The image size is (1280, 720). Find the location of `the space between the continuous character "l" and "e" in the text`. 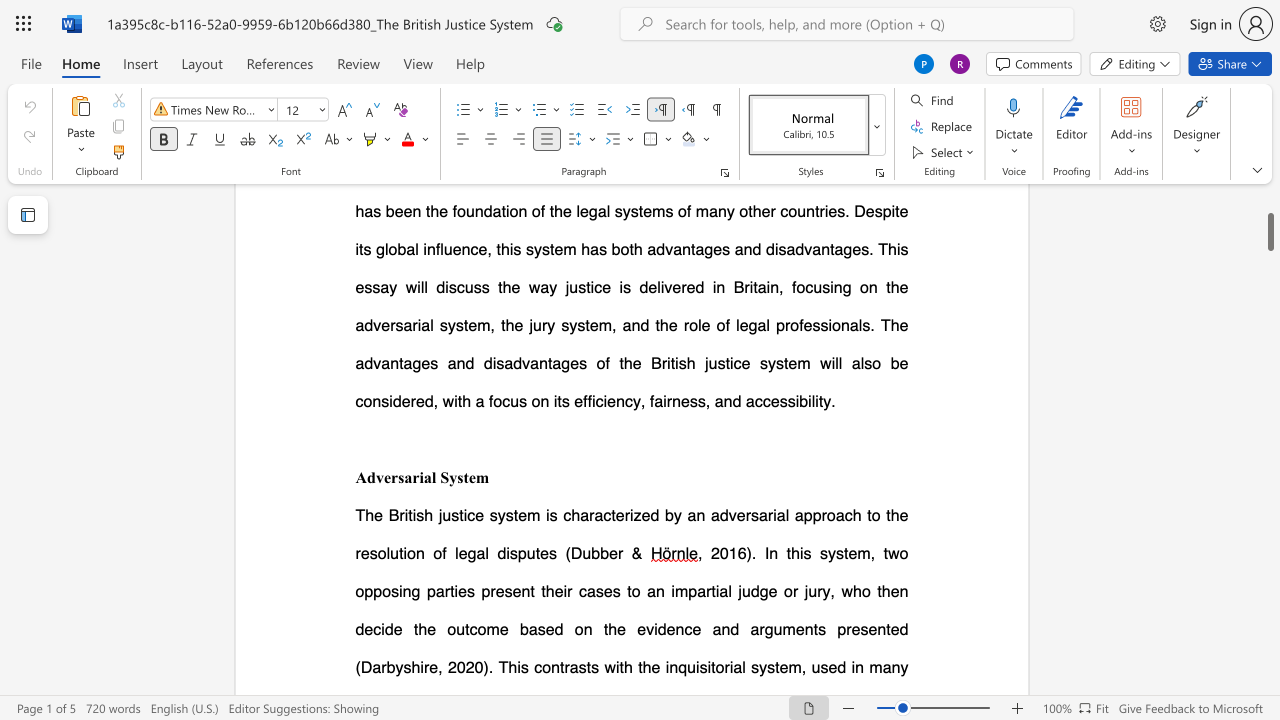

the space between the continuous character "l" and "e" in the text is located at coordinates (459, 553).